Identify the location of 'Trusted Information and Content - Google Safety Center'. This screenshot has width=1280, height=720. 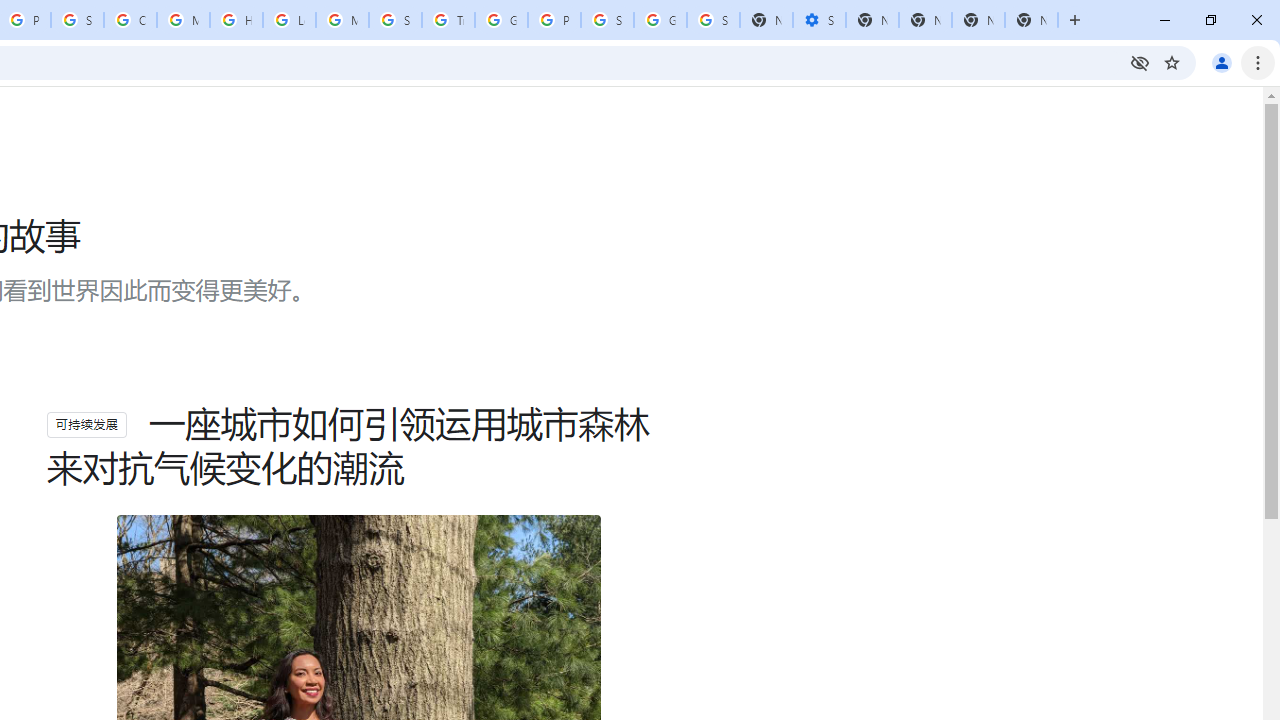
(447, 20).